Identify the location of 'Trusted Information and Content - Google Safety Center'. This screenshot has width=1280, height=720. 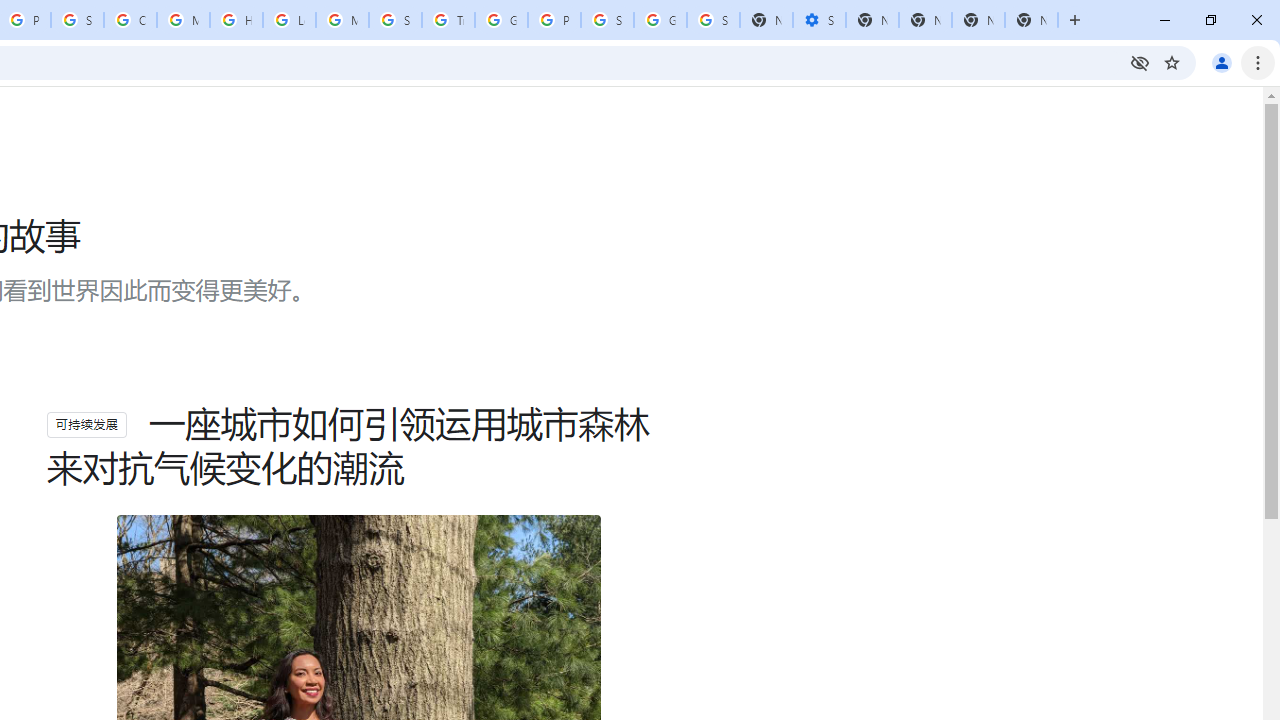
(447, 20).